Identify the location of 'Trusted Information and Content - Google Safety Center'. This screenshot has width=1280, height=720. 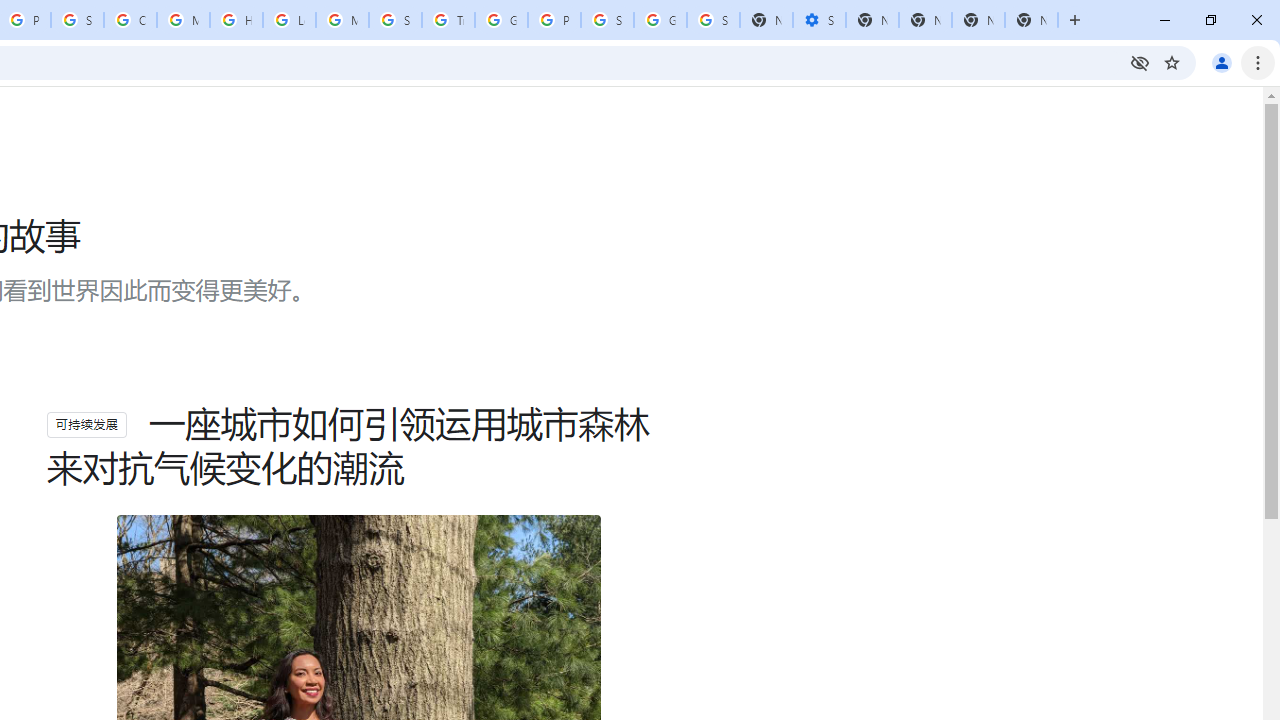
(447, 20).